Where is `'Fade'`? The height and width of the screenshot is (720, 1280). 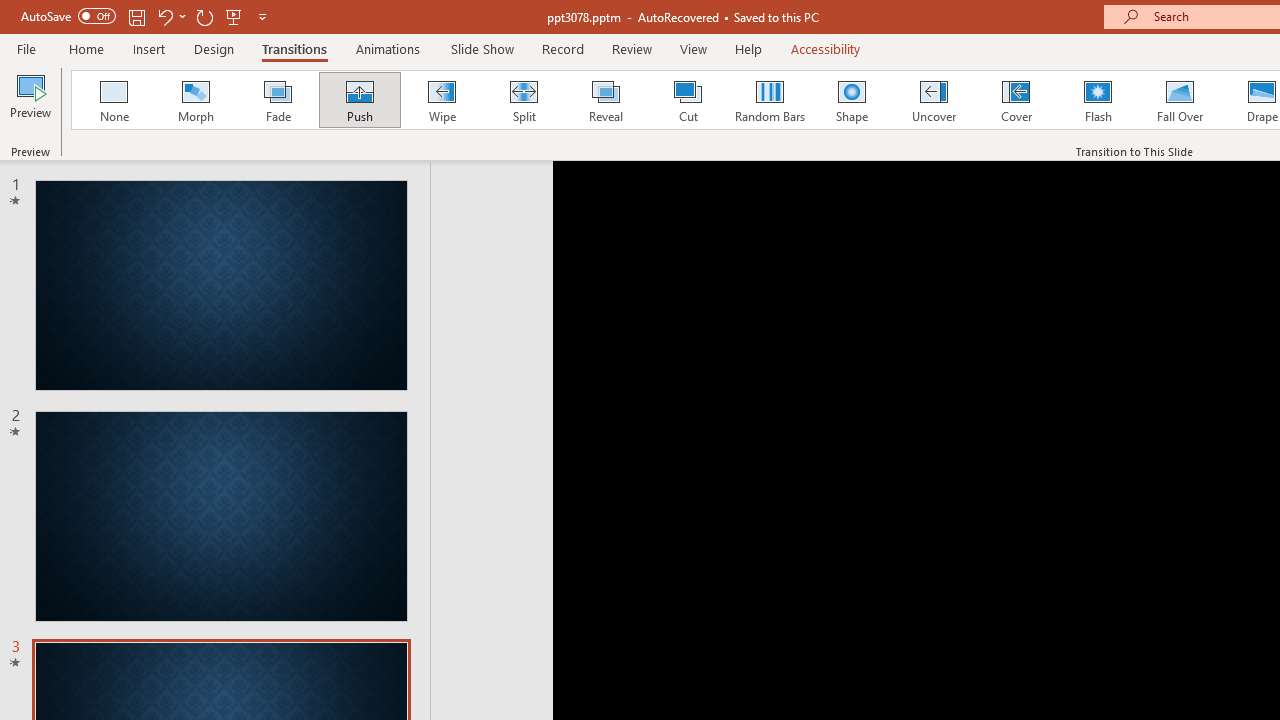 'Fade' is located at coordinates (276, 100).